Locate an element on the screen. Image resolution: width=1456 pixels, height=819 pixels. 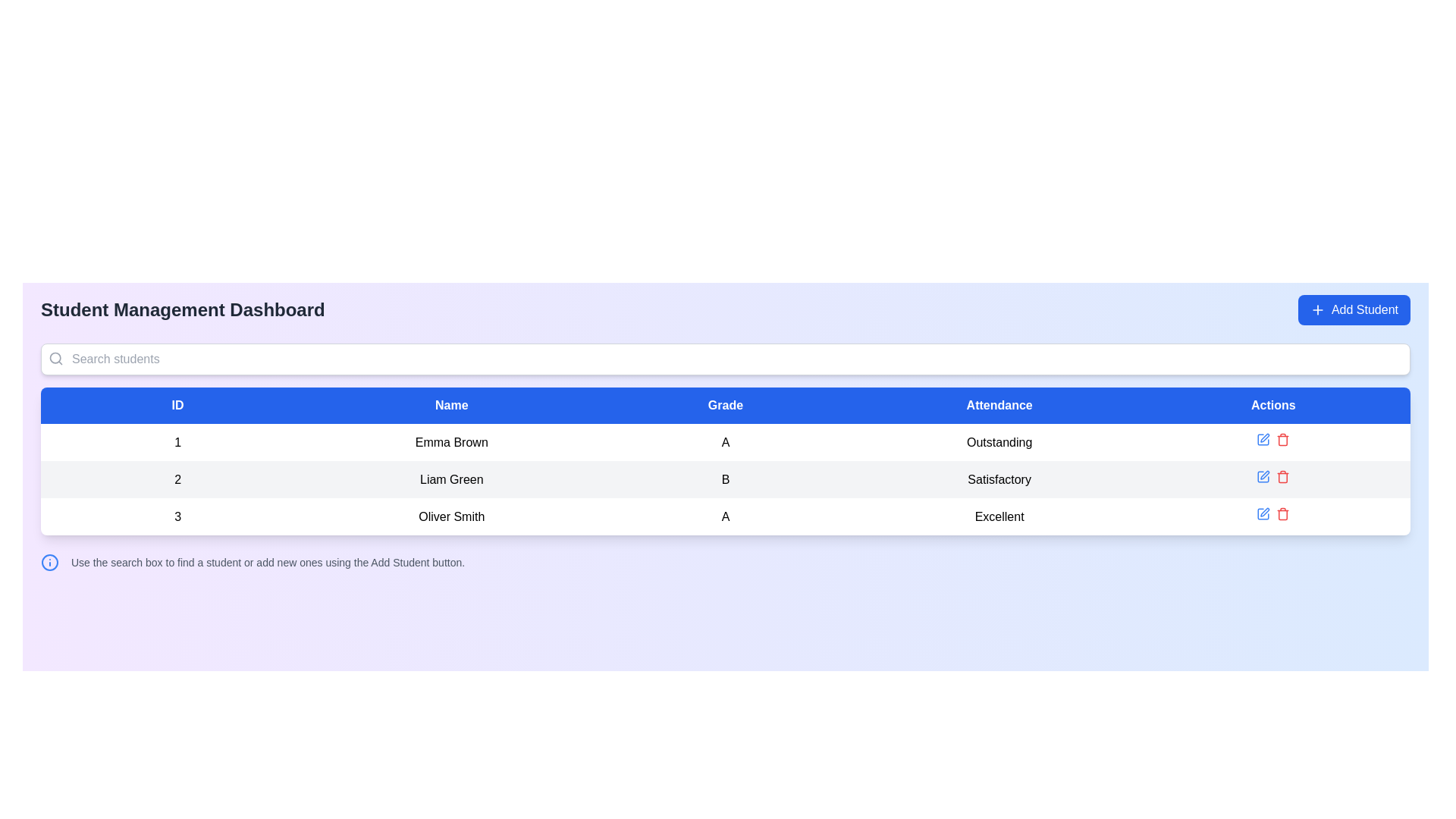
the third cell under the 'Grade' column that indicates the grade of the student named 'Oliver Smith' is located at coordinates (724, 516).